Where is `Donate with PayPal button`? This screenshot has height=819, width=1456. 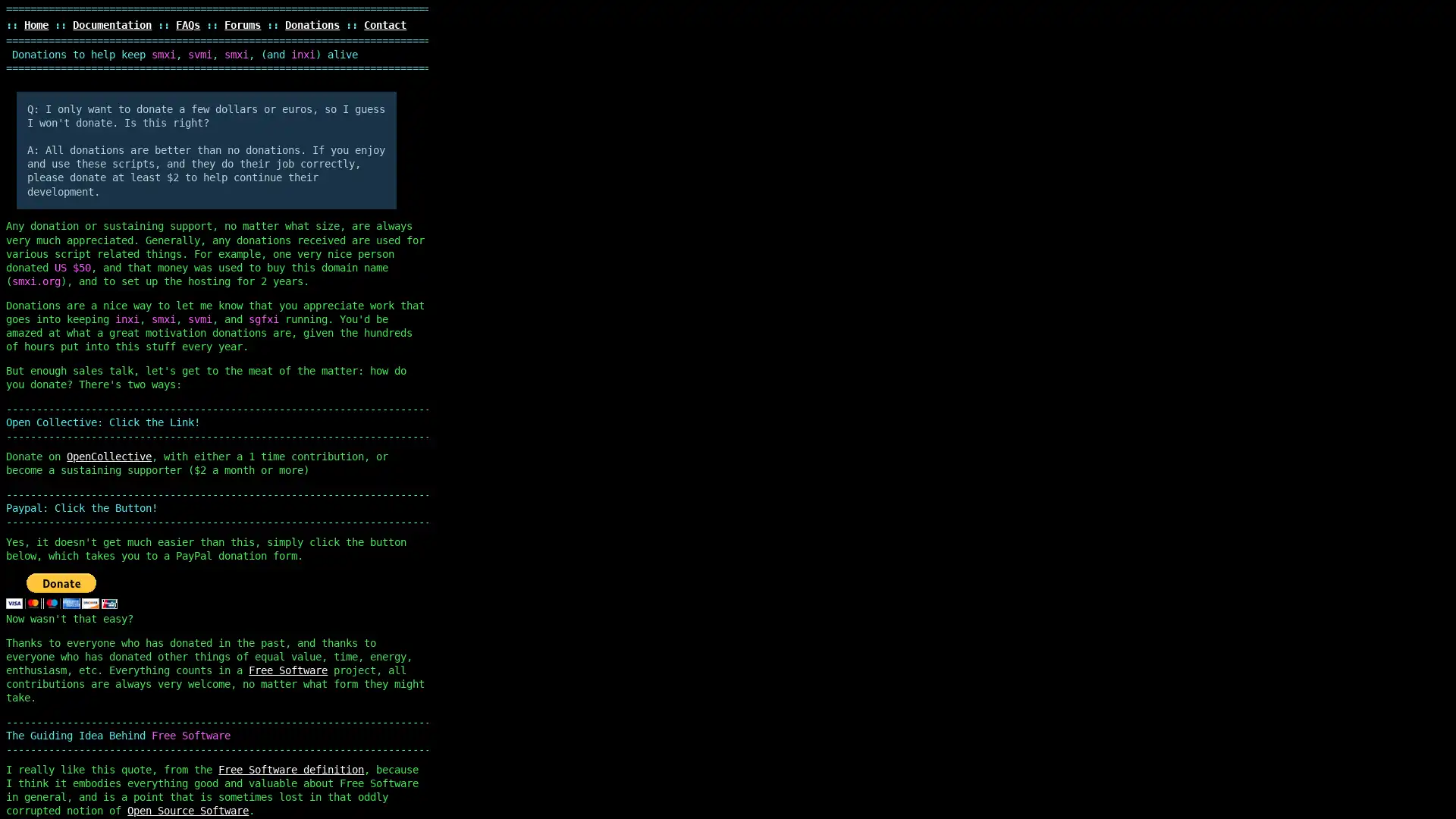 Donate with PayPal button is located at coordinates (61, 589).